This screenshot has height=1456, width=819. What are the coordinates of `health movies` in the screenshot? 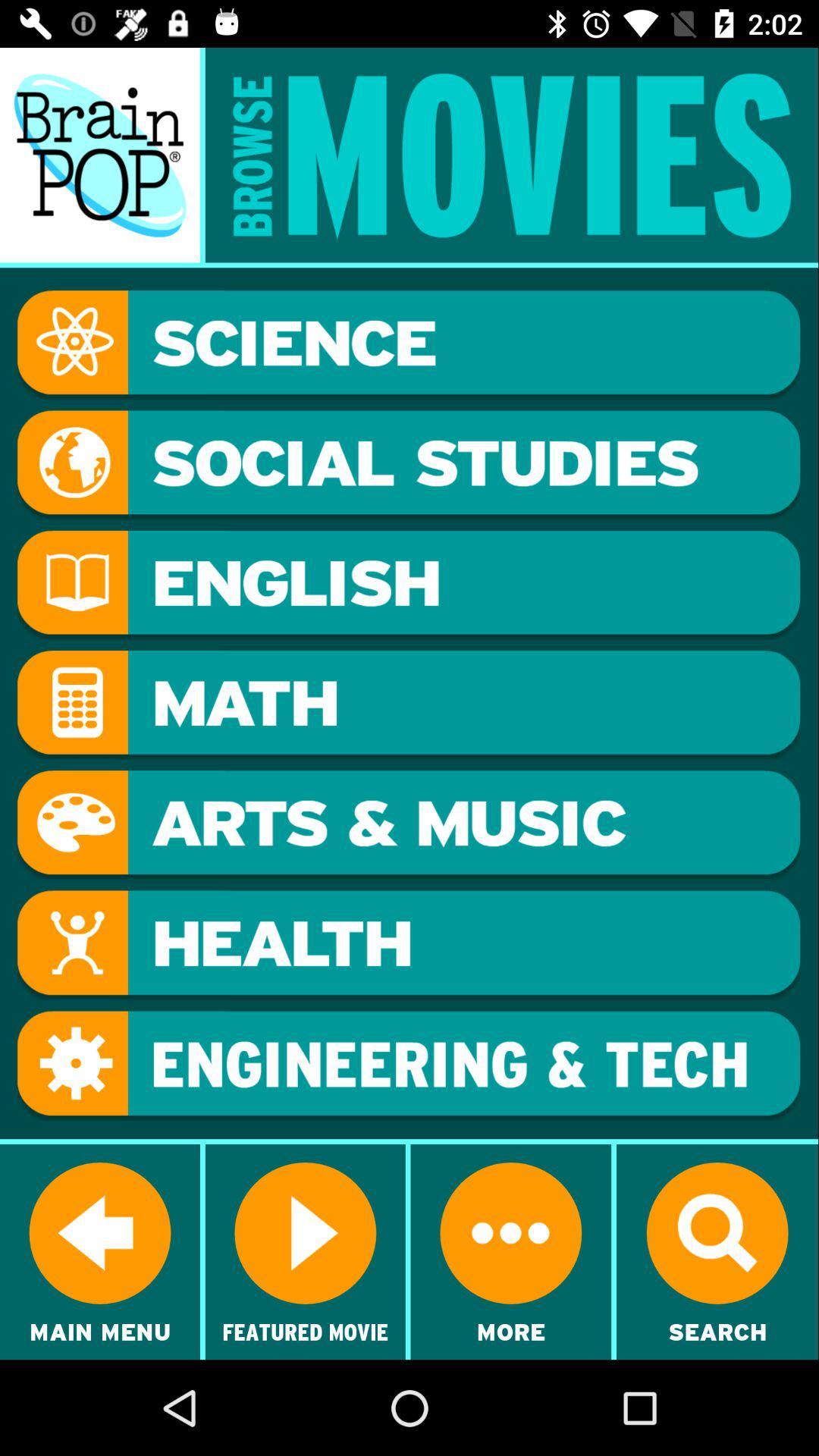 It's located at (408, 944).